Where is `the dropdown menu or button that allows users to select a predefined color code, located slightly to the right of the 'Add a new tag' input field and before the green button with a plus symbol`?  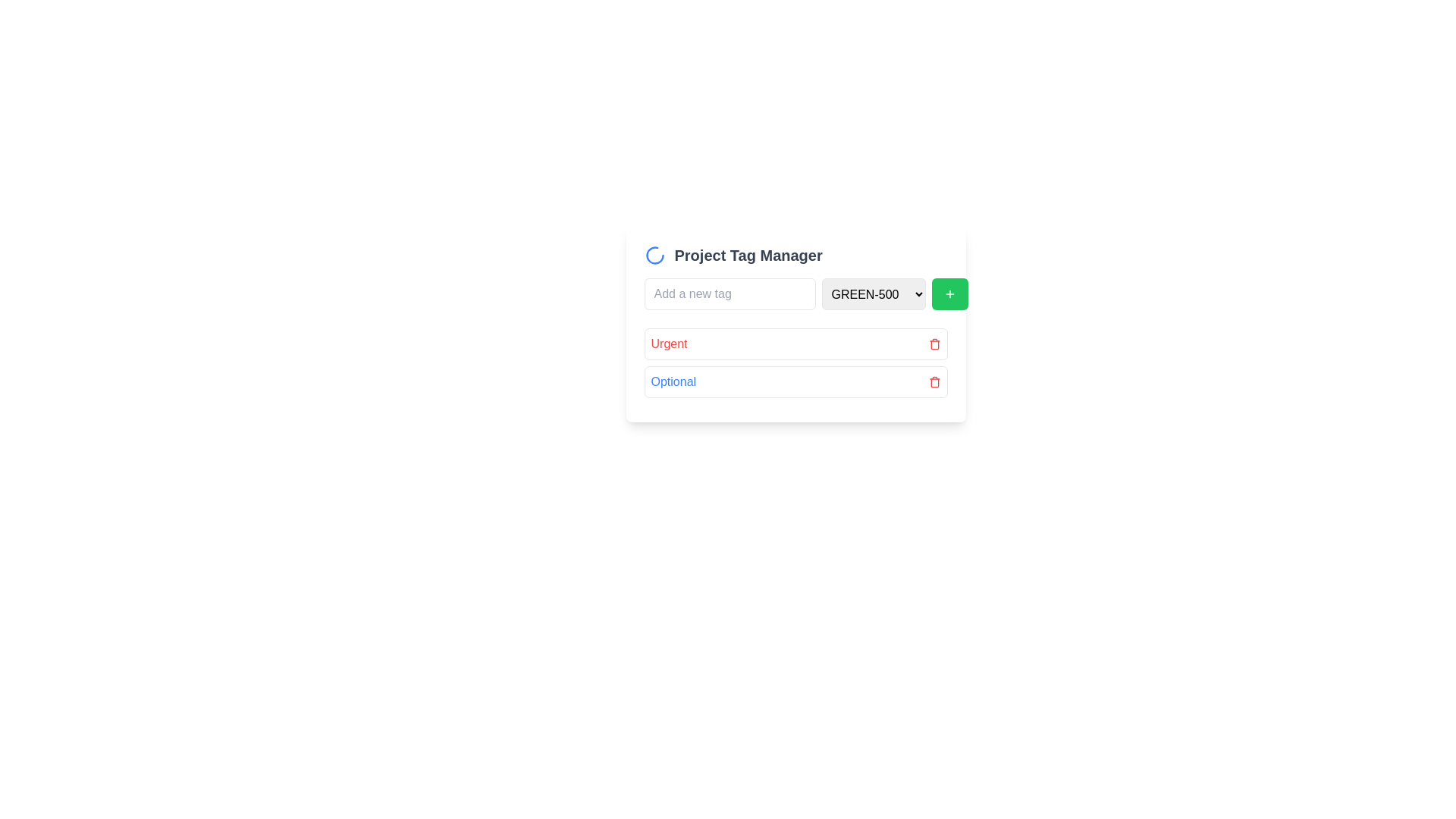
the dropdown menu or button that allows users to select a predefined color code, located slightly to the right of the 'Add a new tag' input field and before the green button with a plus symbol is located at coordinates (874, 294).